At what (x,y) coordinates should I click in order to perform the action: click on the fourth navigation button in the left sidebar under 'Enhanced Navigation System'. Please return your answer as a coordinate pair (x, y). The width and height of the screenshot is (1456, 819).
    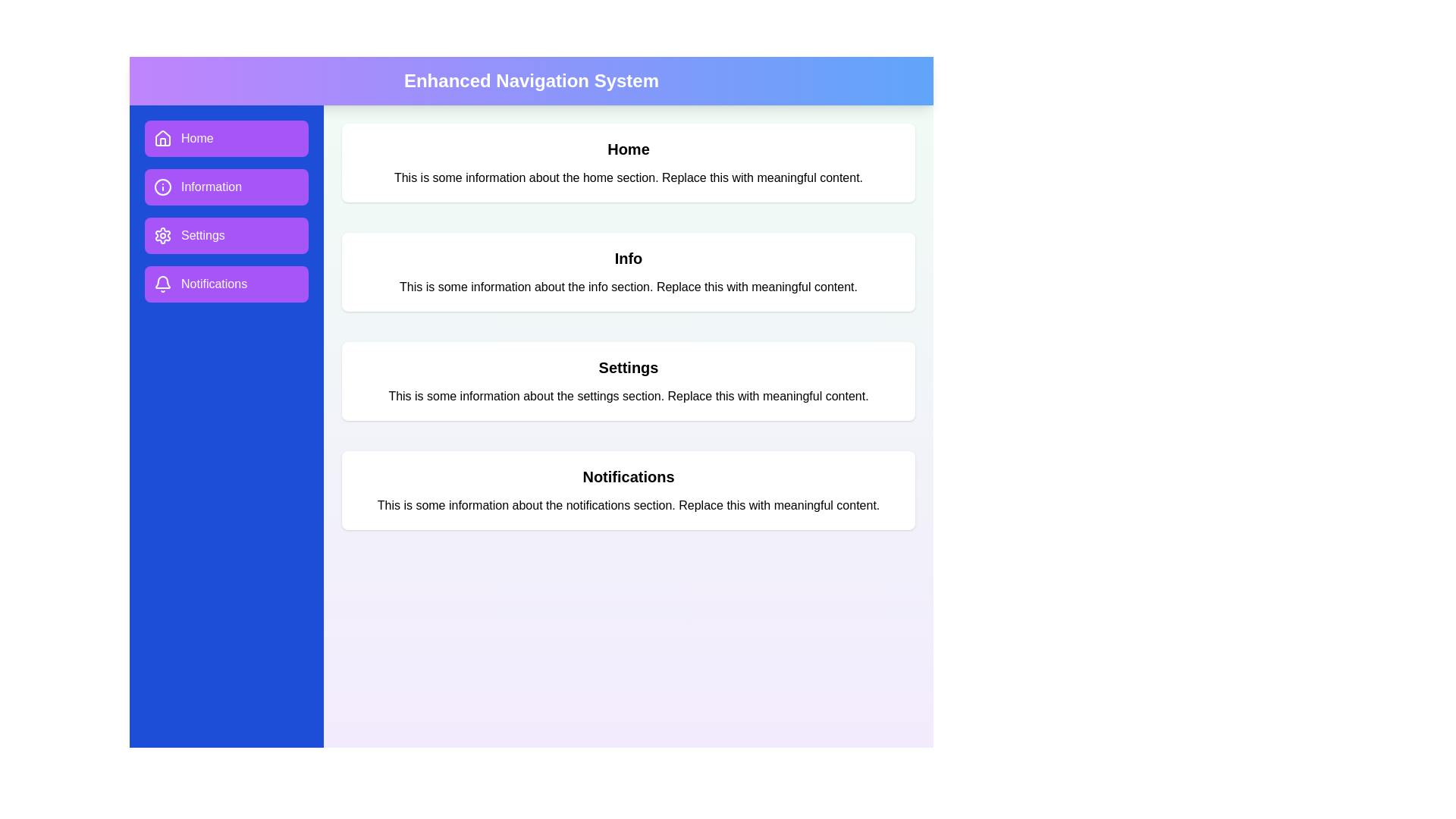
    Looking at the image, I should click on (225, 284).